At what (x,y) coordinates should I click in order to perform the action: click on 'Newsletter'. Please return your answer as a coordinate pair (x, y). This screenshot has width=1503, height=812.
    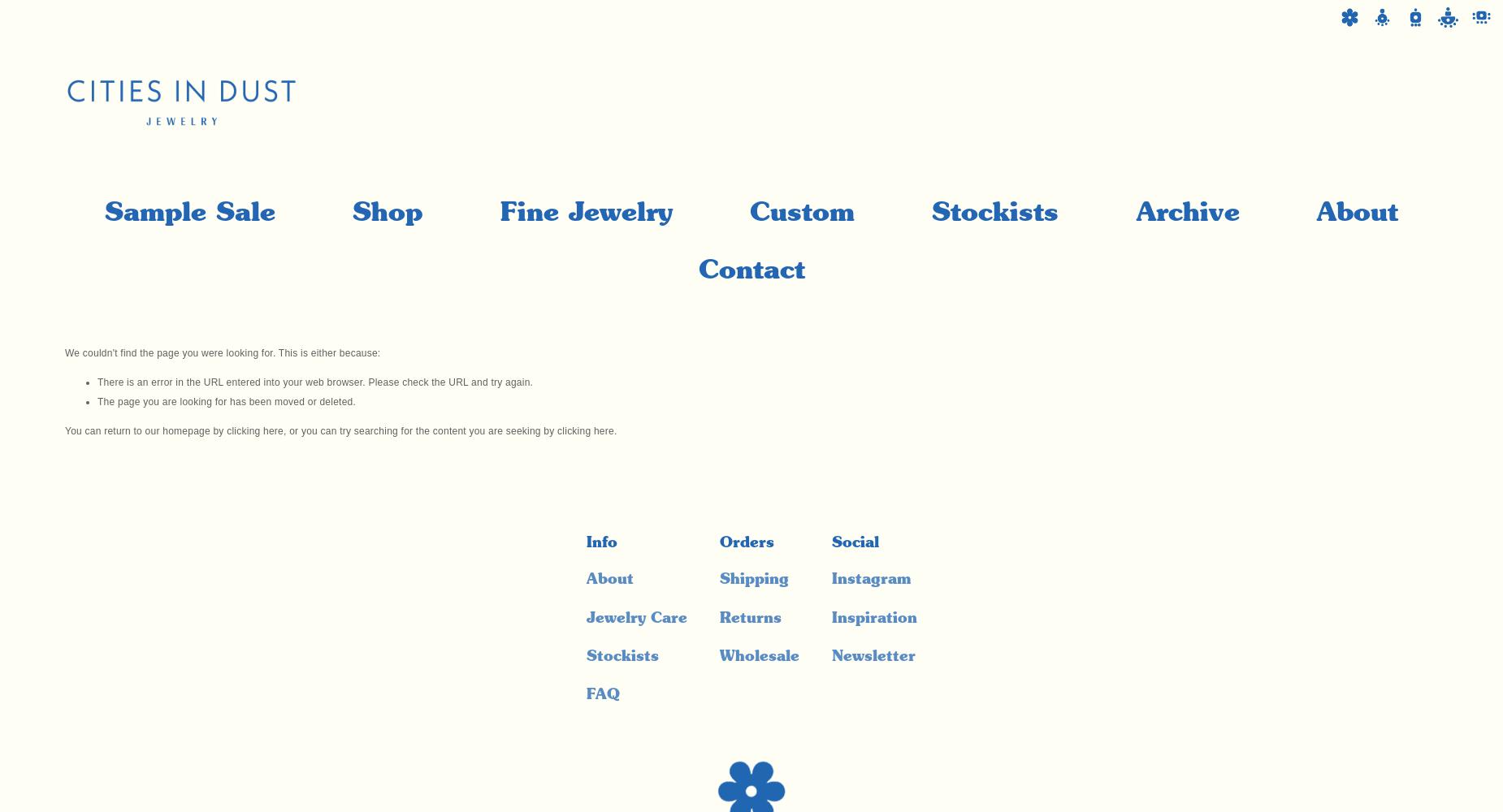
    Looking at the image, I should click on (830, 656).